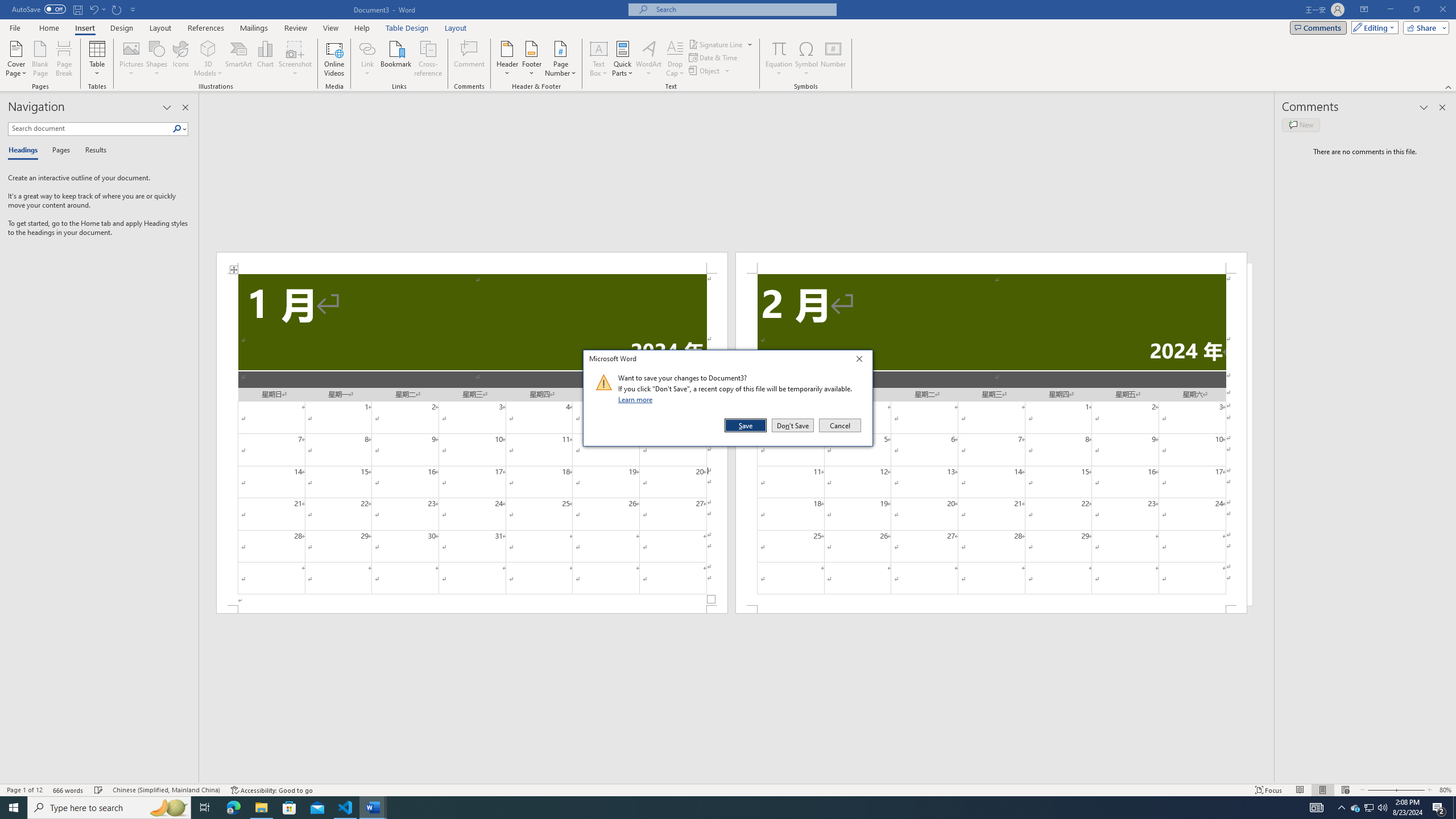  What do you see at coordinates (117, 9) in the screenshot?
I see `'Repeat Doc Close'` at bounding box center [117, 9].